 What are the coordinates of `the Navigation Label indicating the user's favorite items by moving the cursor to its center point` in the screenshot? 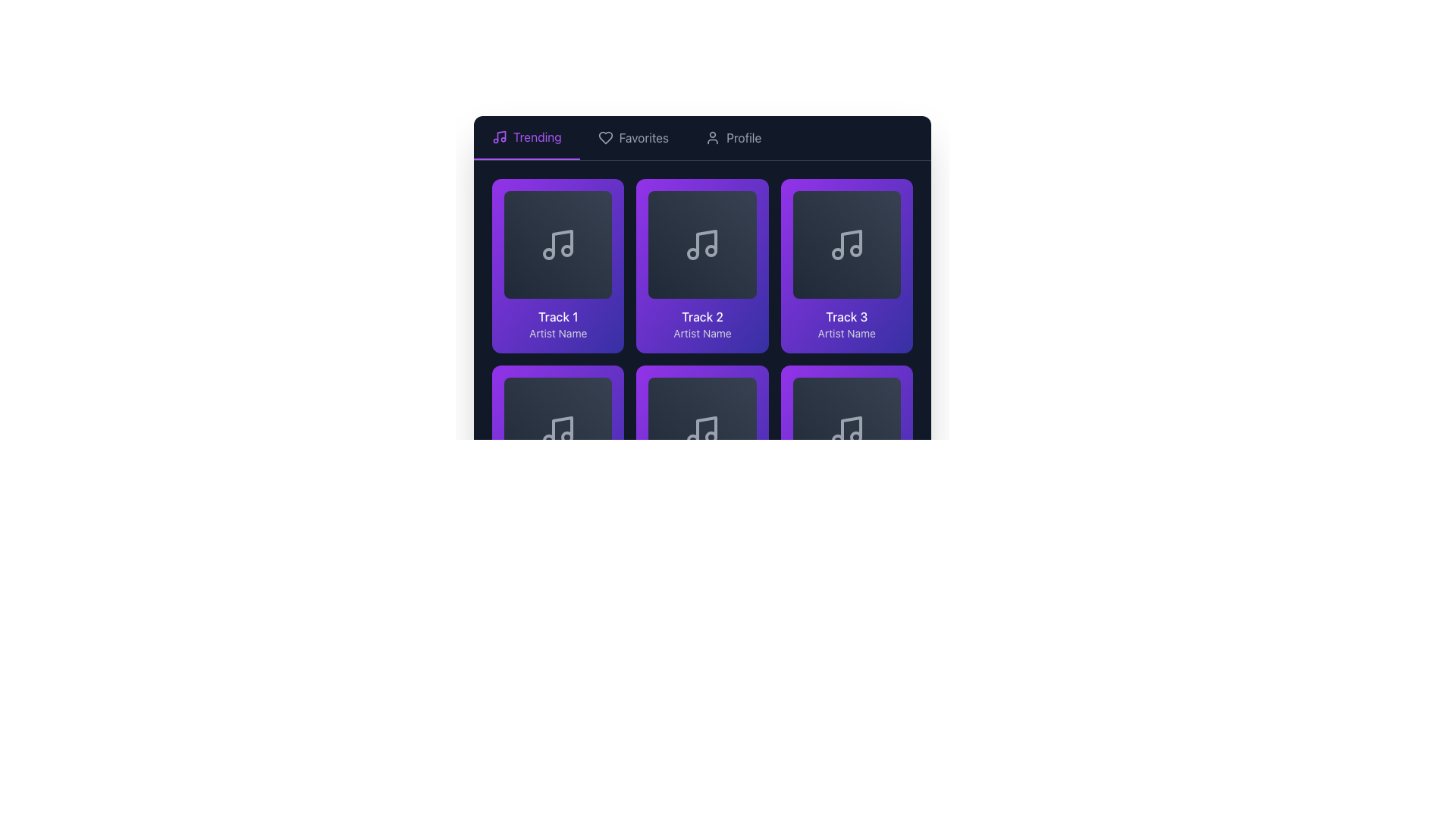 It's located at (644, 137).